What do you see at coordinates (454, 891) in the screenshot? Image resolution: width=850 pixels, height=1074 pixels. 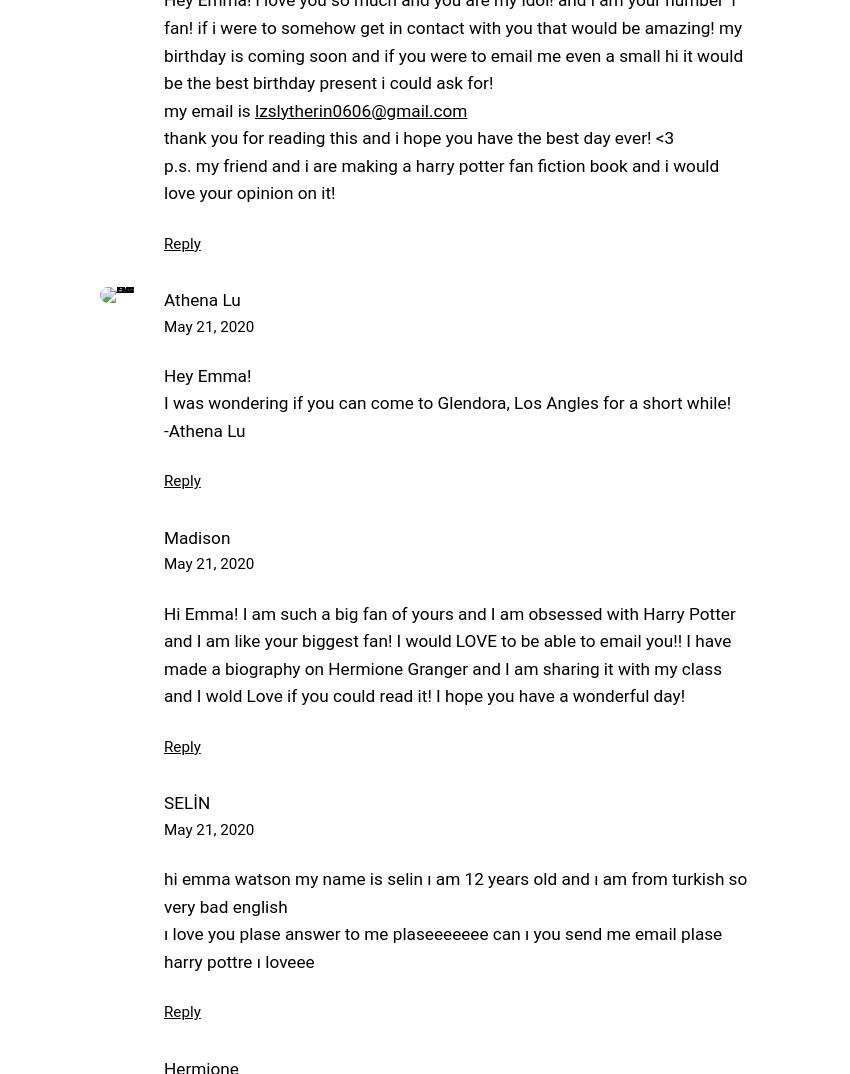 I see `'hi emma watson my name is selin ı am 12 years old and ı am from turkish so very bad english'` at bounding box center [454, 891].